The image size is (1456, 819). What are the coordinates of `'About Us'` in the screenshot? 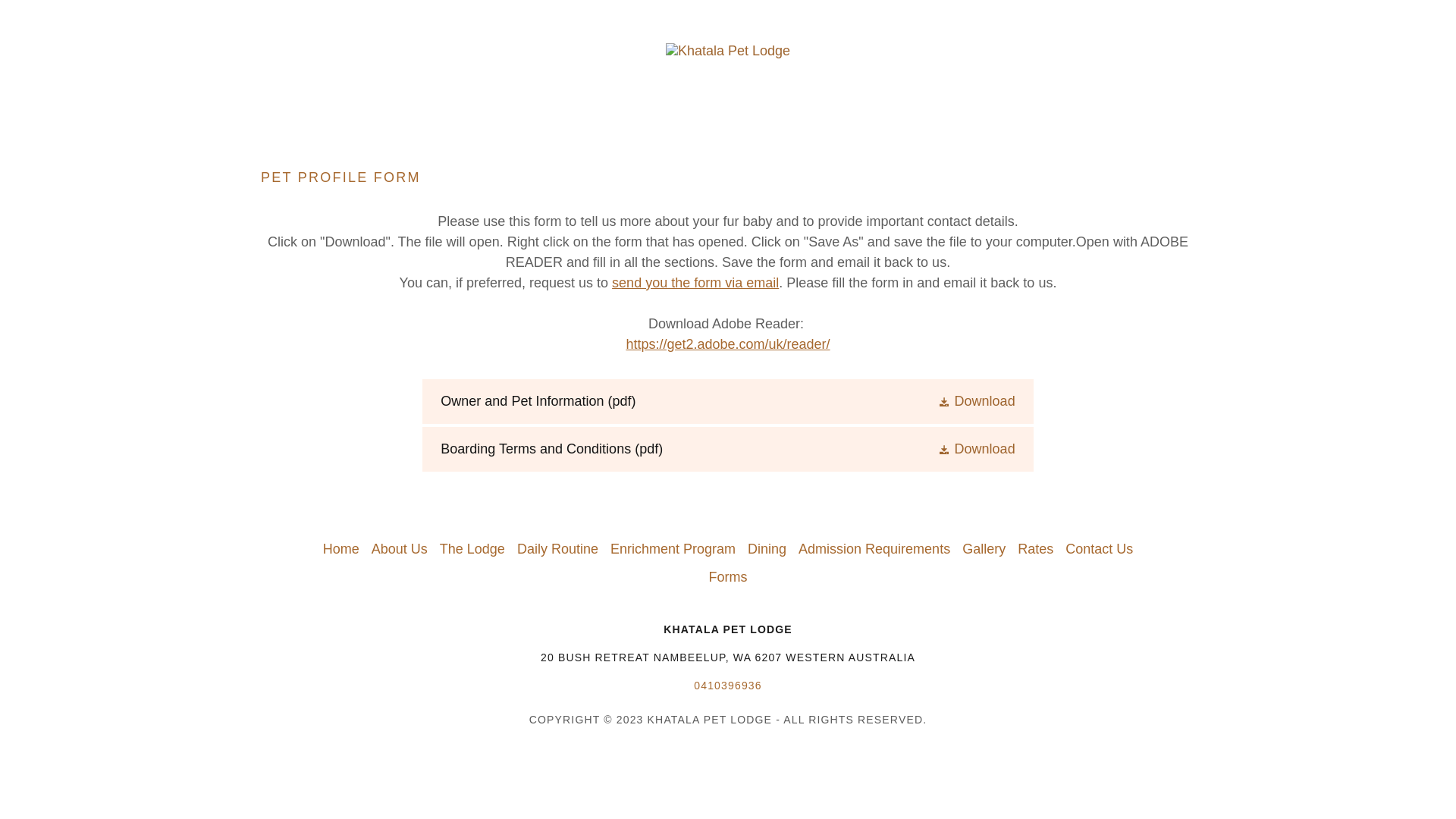 It's located at (365, 549).